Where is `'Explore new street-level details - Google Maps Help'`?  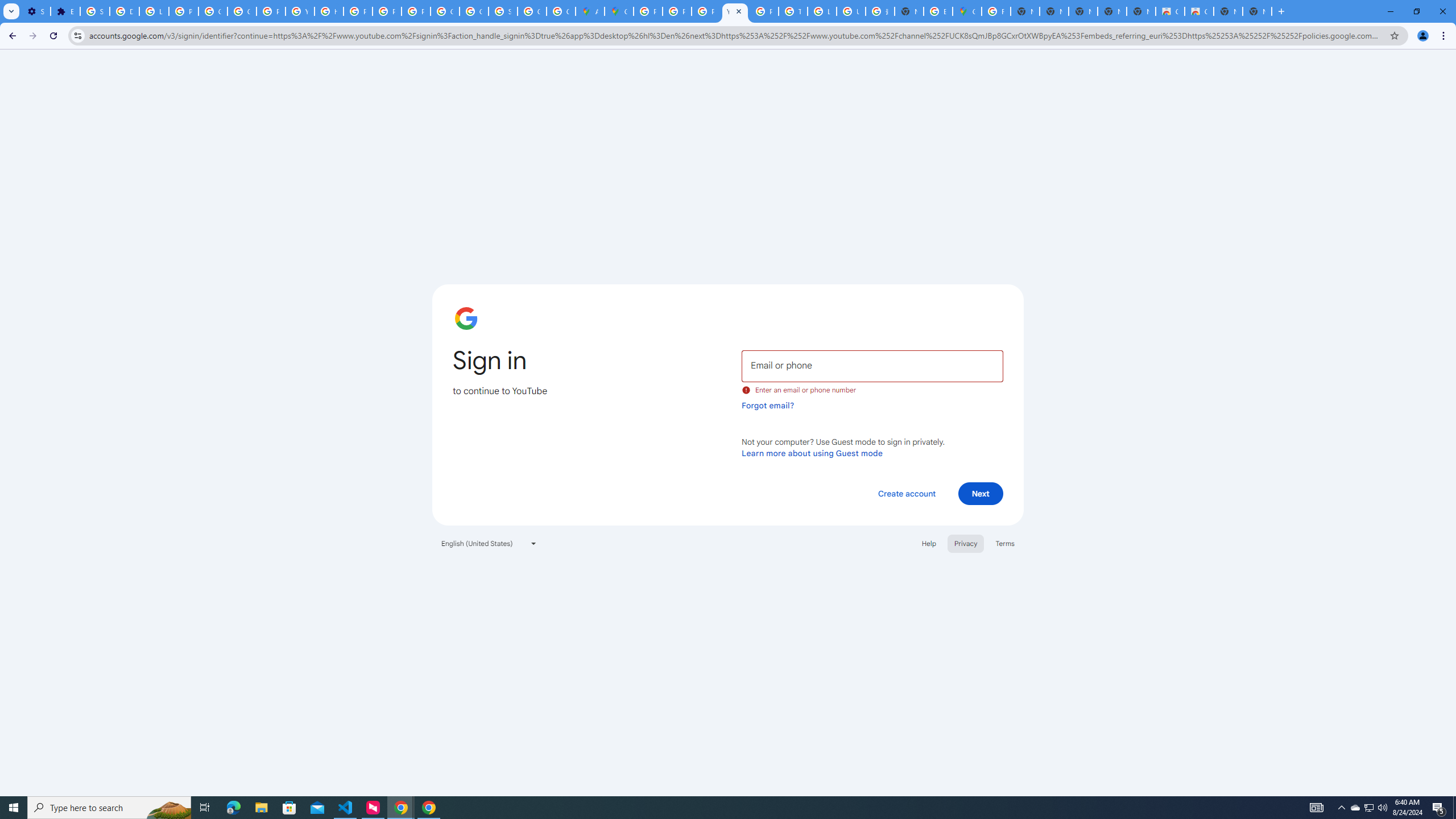
'Explore new street-level details - Google Maps Help' is located at coordinates (937, 11).